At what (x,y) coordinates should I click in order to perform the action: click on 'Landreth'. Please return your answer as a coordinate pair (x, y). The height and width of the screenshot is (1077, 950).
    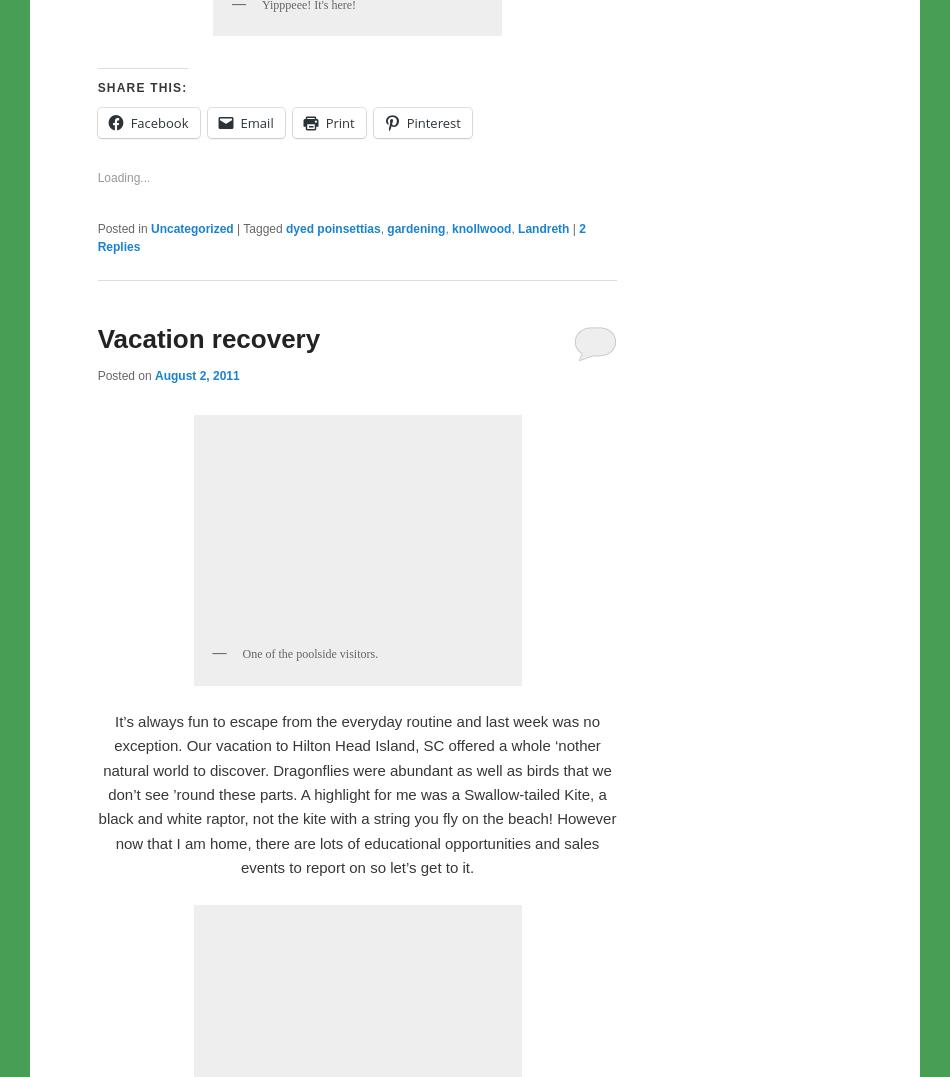
    Looking at the image, I should click on (543, 646).